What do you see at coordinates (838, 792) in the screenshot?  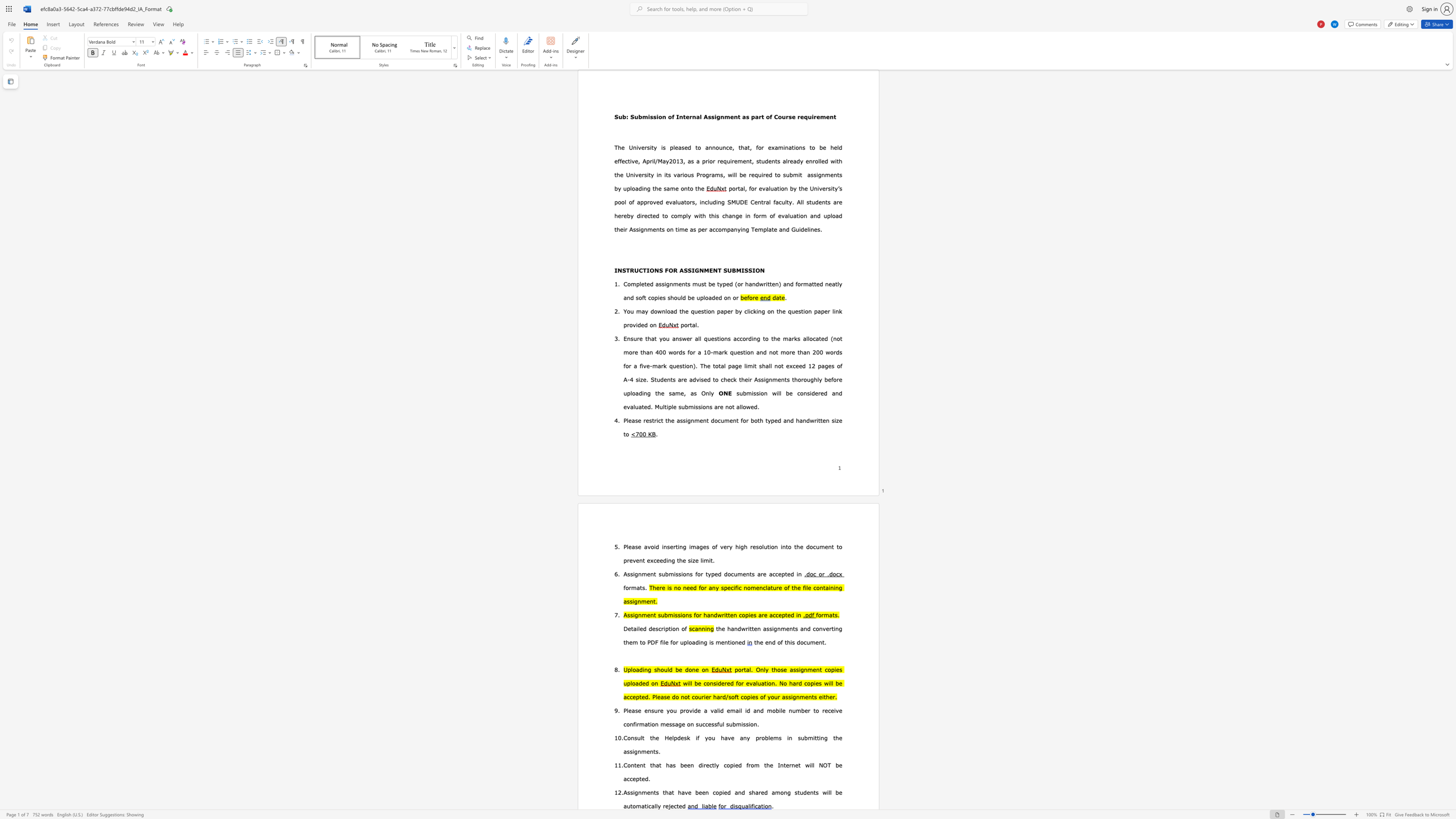 I see `the subset text "e au" within the text "Assignments that have been copied and shared among students will be automatically rejected"` at bounding box center [838, 792].